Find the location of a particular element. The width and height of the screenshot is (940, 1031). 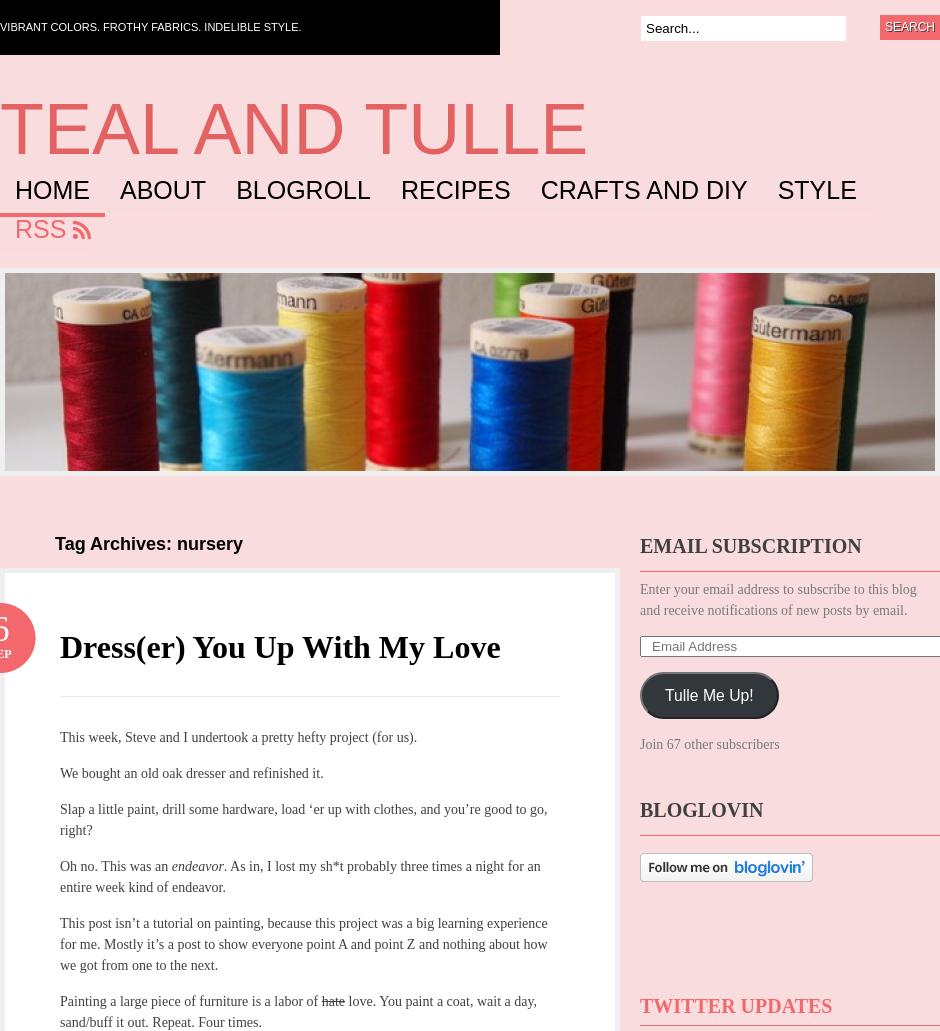

'Email Subscription' is located at coordinates (749, 545).